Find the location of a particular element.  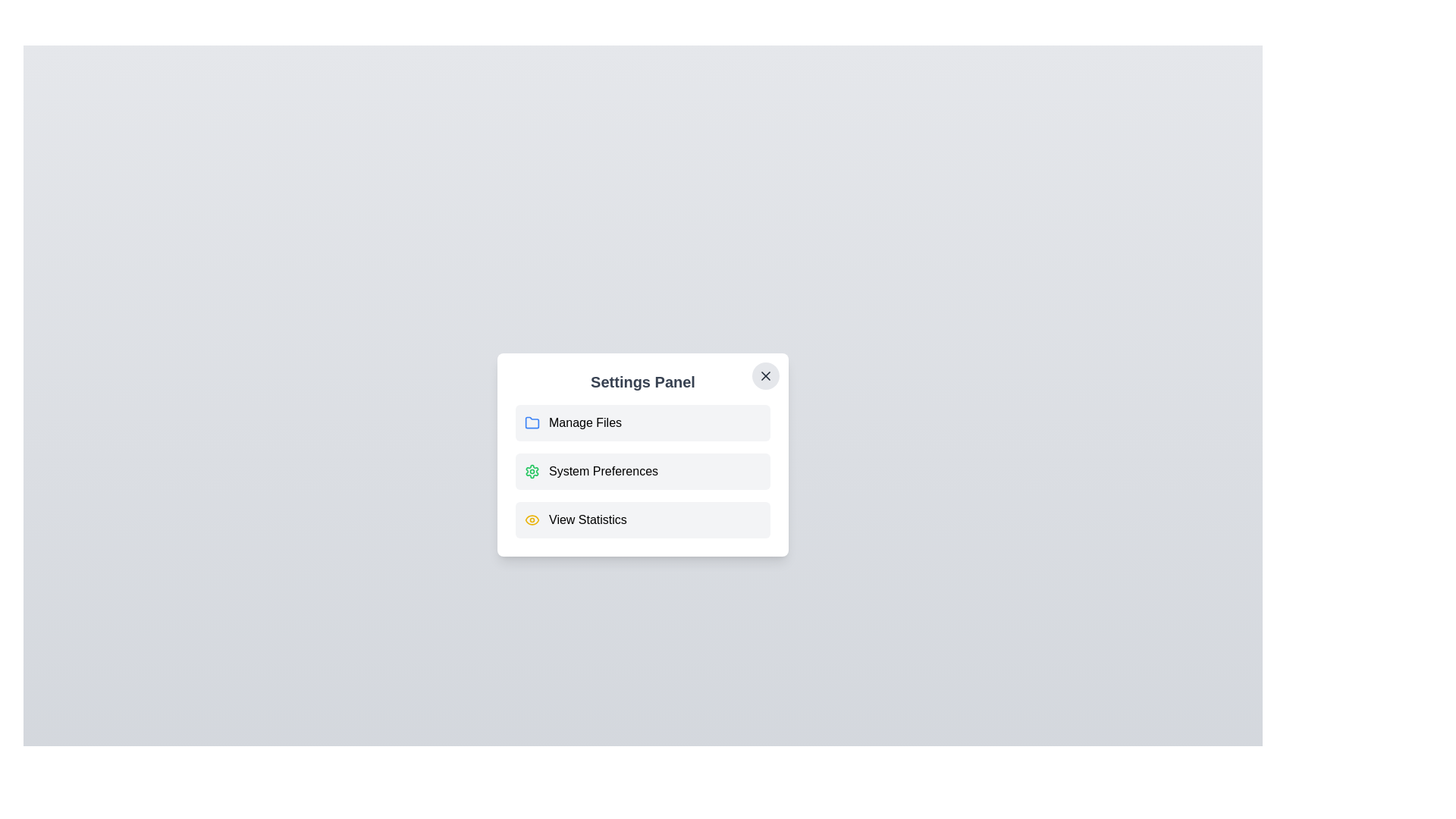

the third button in the vertical list within the 'Settings Panel' is located at coordinates (643, 519).